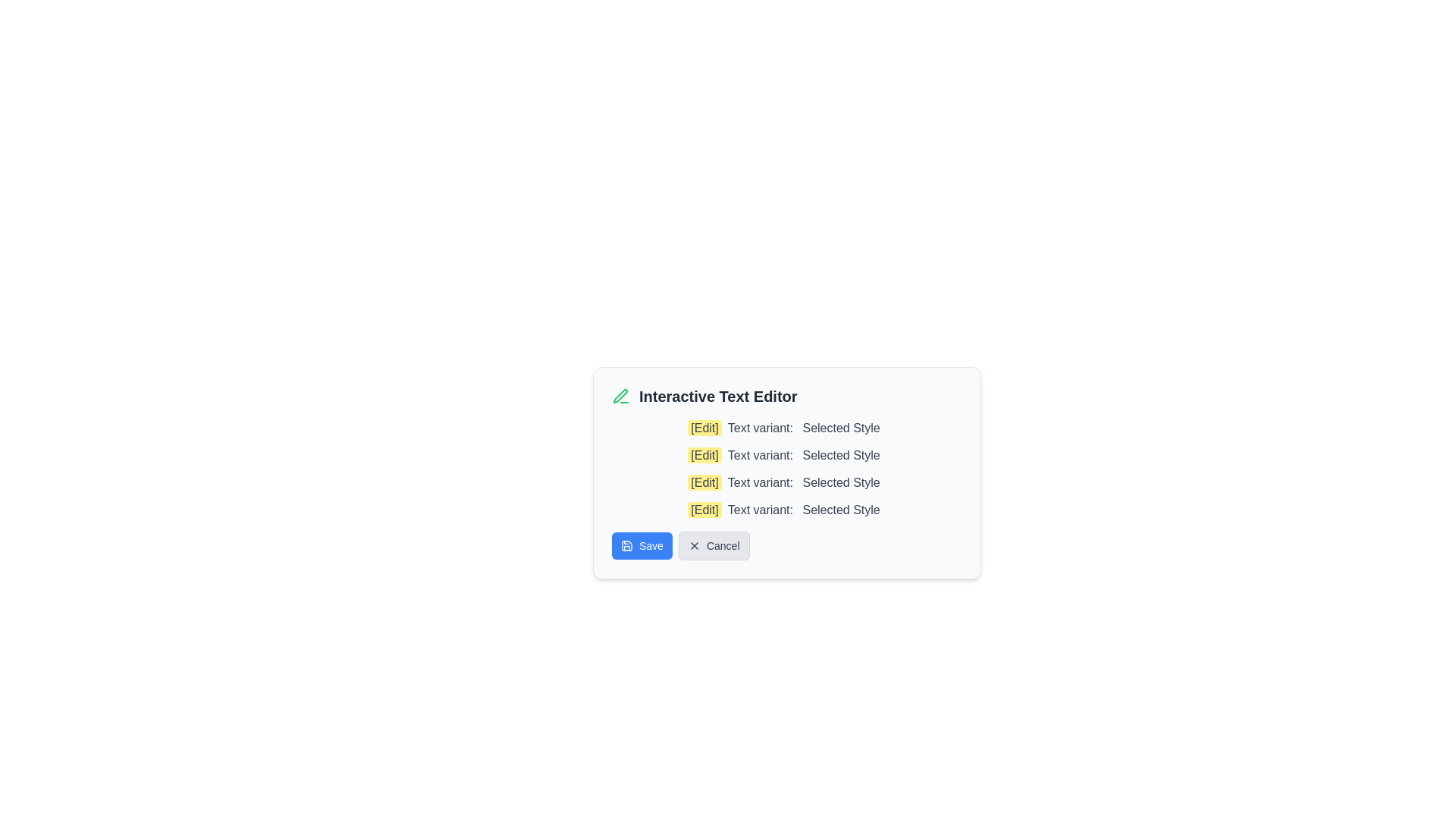  What do you see at coordinates (693, 546) in the screenshot?
I see `the 'Cancel' icon located at the bottom of the dialog box` at bounding box center [693, 546].